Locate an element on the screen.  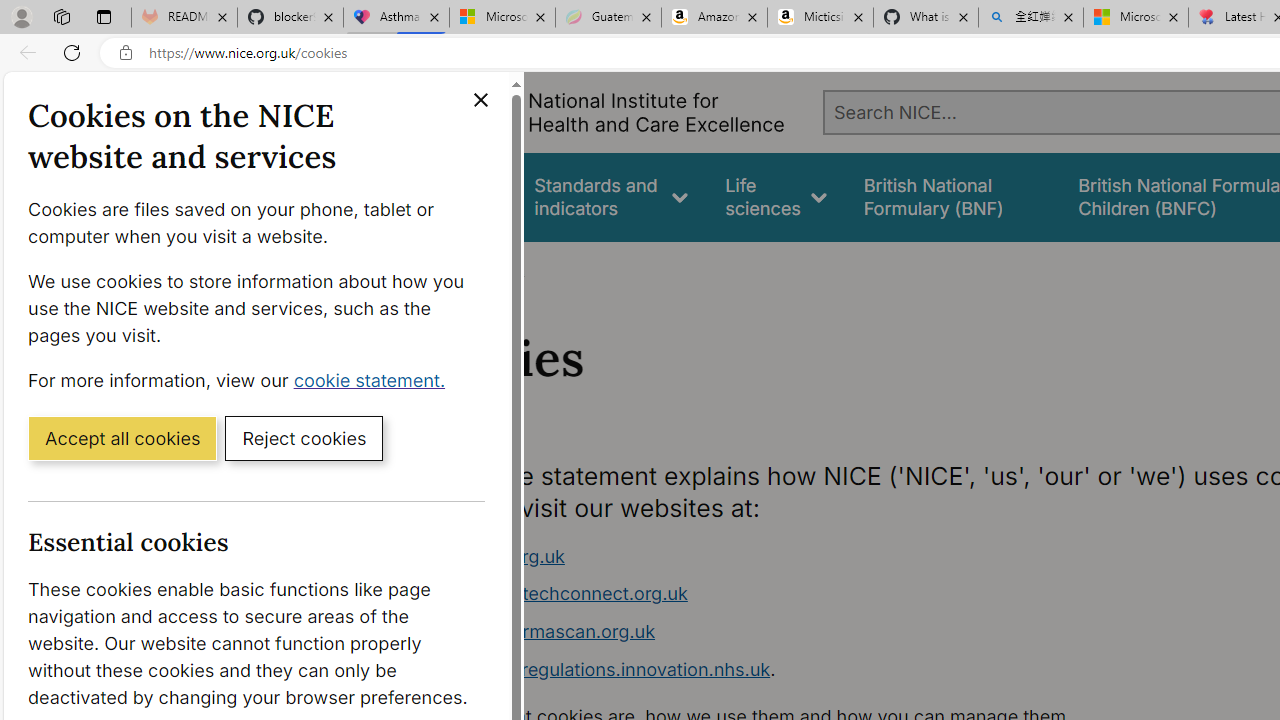
'Microsoft-Report a Concern to Bing' is located at coordinates (503, 17).